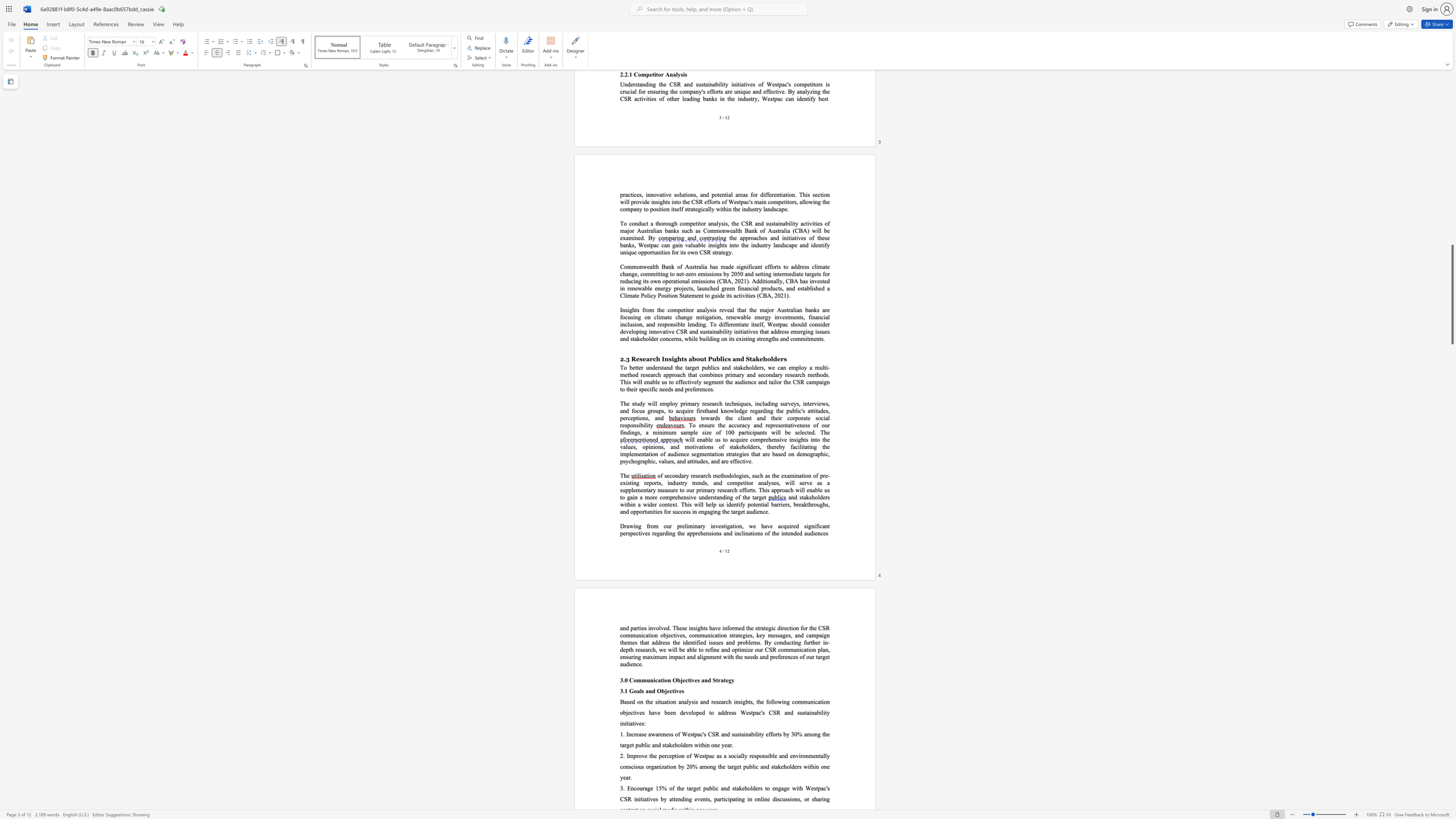 The height and width of the screenshot is (819, 1456). What do you see at coordinates (701, 526) in the screenshot?
I see `the subset text "y investigation," within the text "Drawing from our preliminary investigation, we have"` at bounding box center [701, 526].